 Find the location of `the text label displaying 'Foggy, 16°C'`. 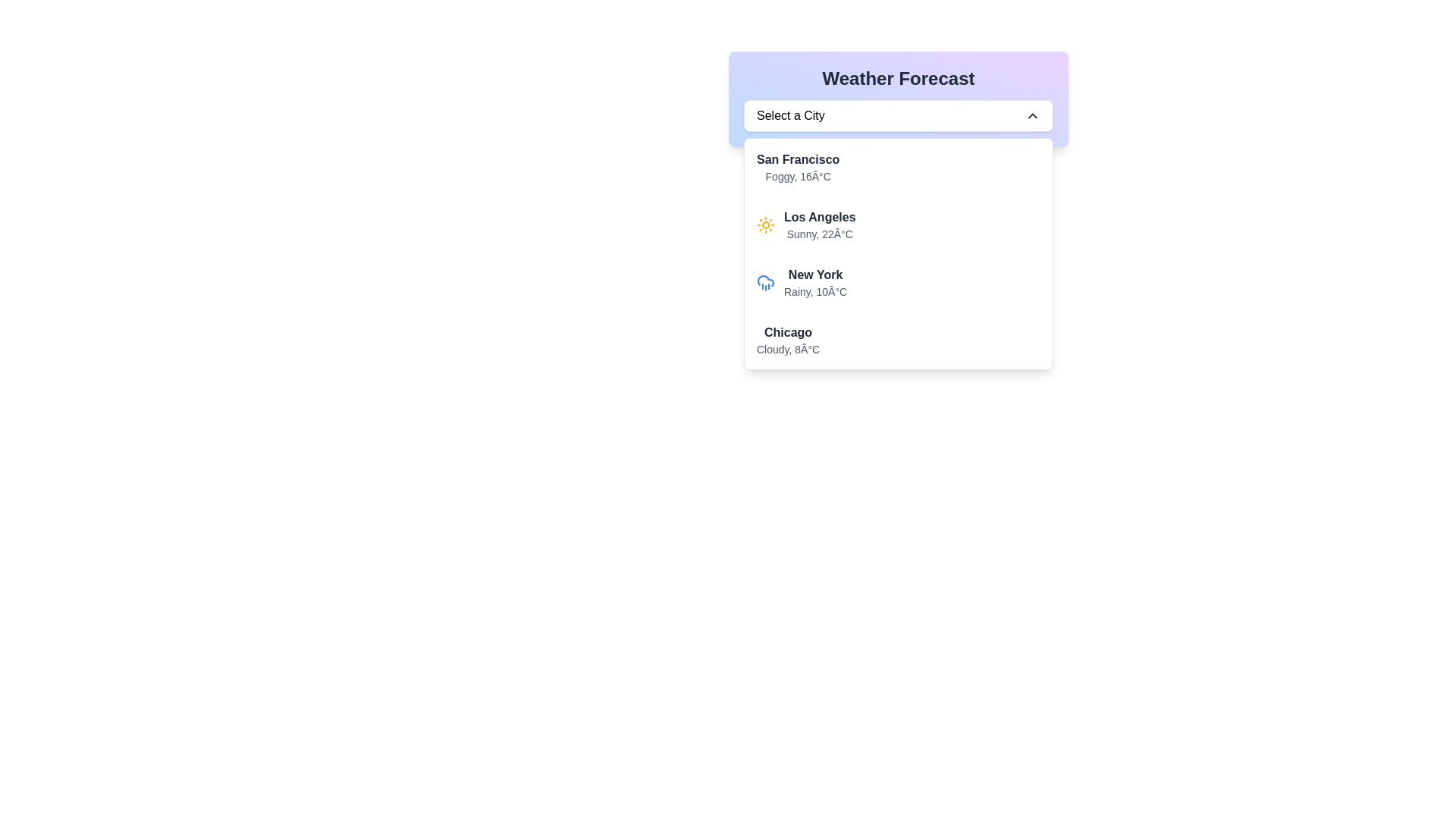

the text label displaying 'Foggy, 16°C' is located at coordinates (797, 175).